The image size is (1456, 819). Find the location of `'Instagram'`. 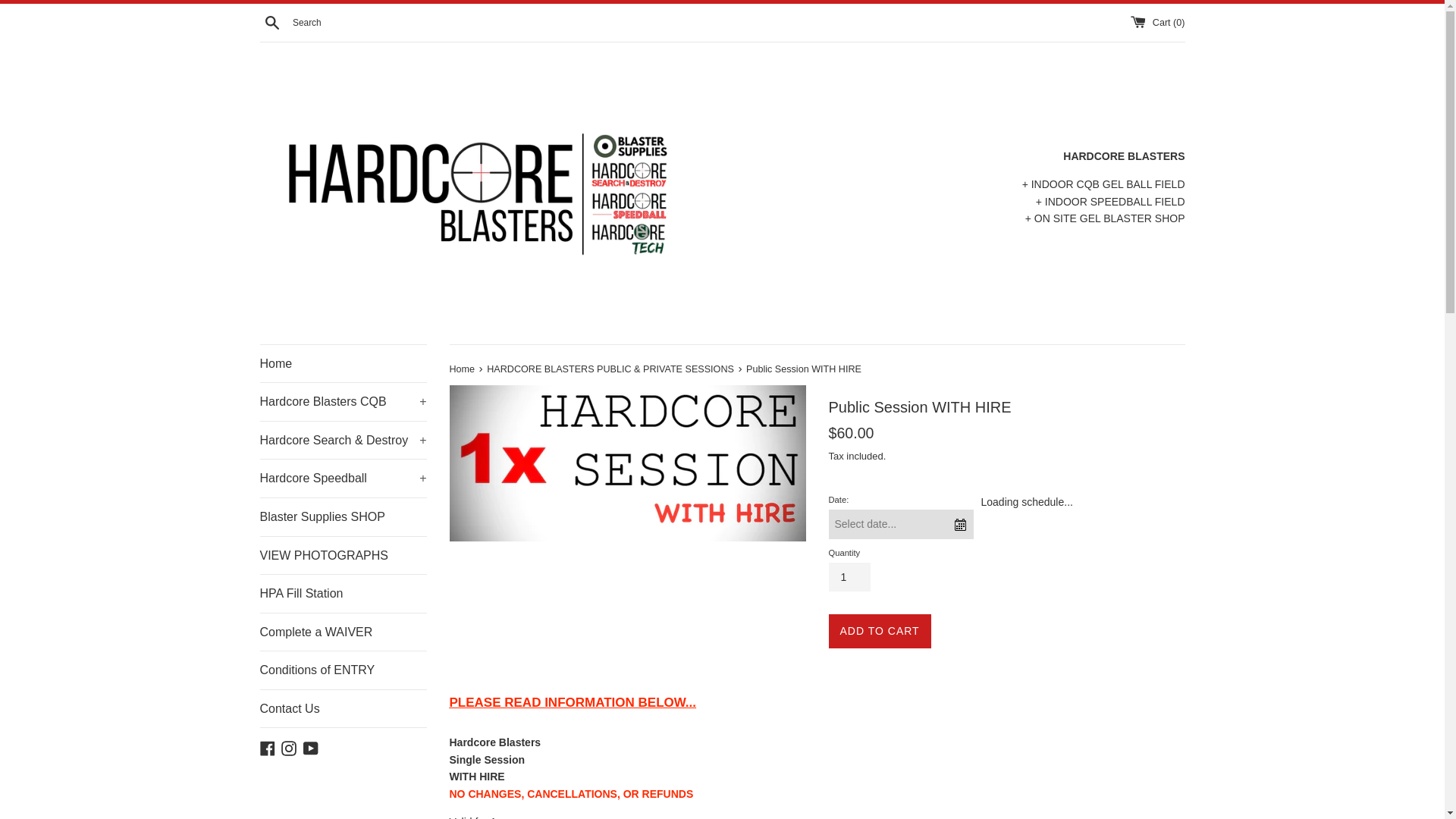

'Instagram' is located at coordinates (288, 745).